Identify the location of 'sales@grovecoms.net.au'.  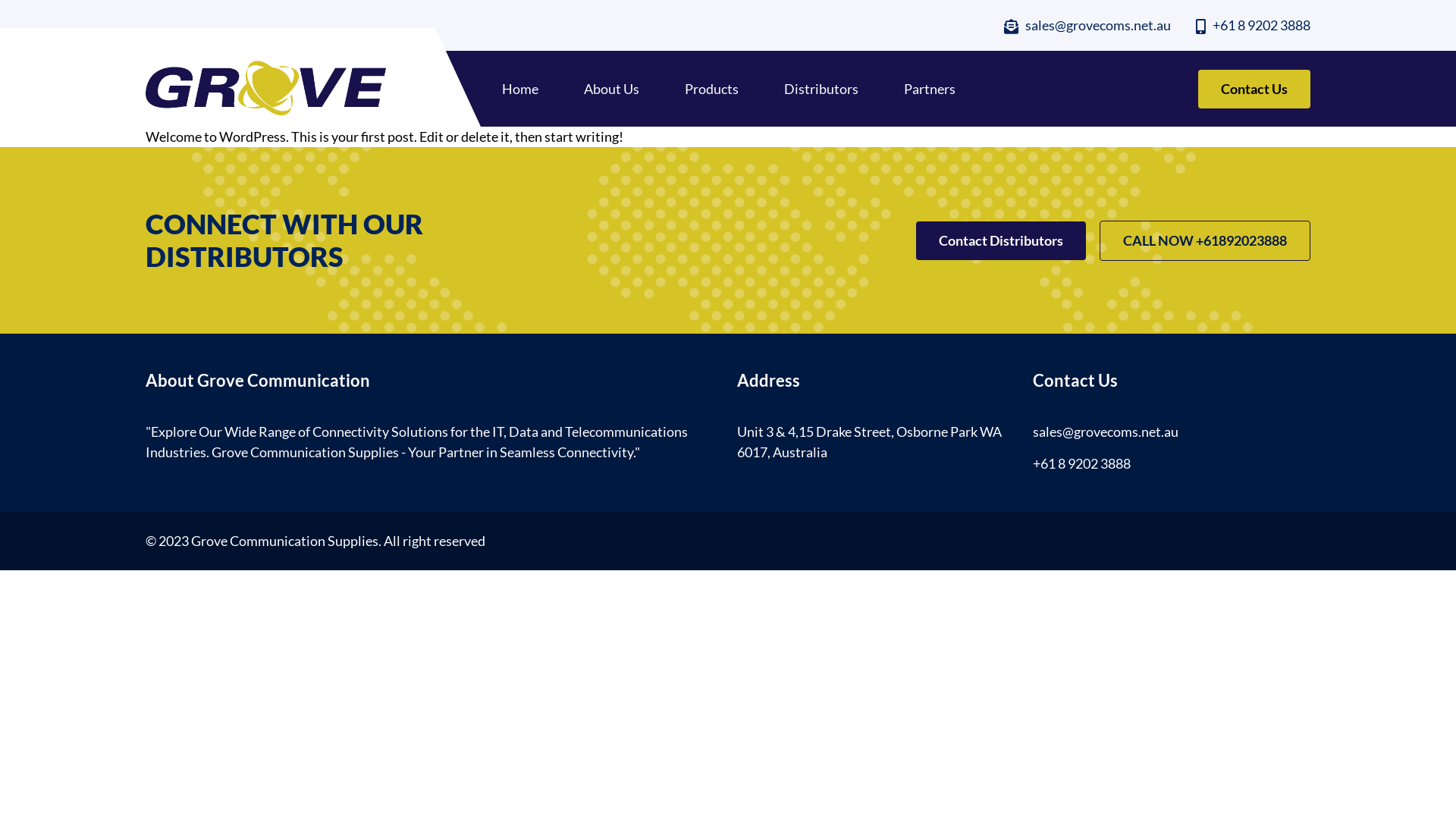
(1087, 25).